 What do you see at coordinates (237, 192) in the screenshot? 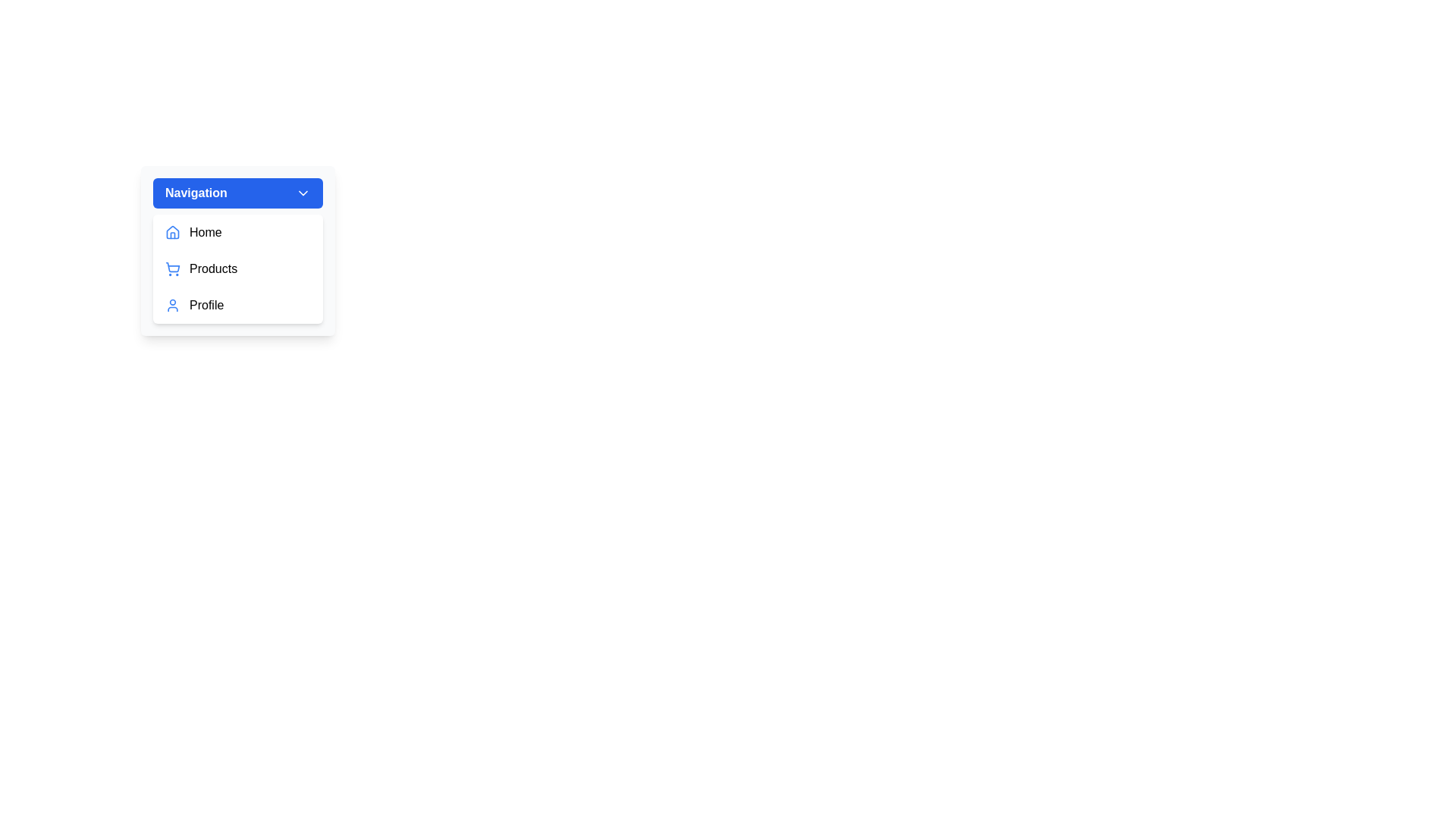
I see `the menu toggle button to toggle the menu visibility` at bounding box center [237, 192].